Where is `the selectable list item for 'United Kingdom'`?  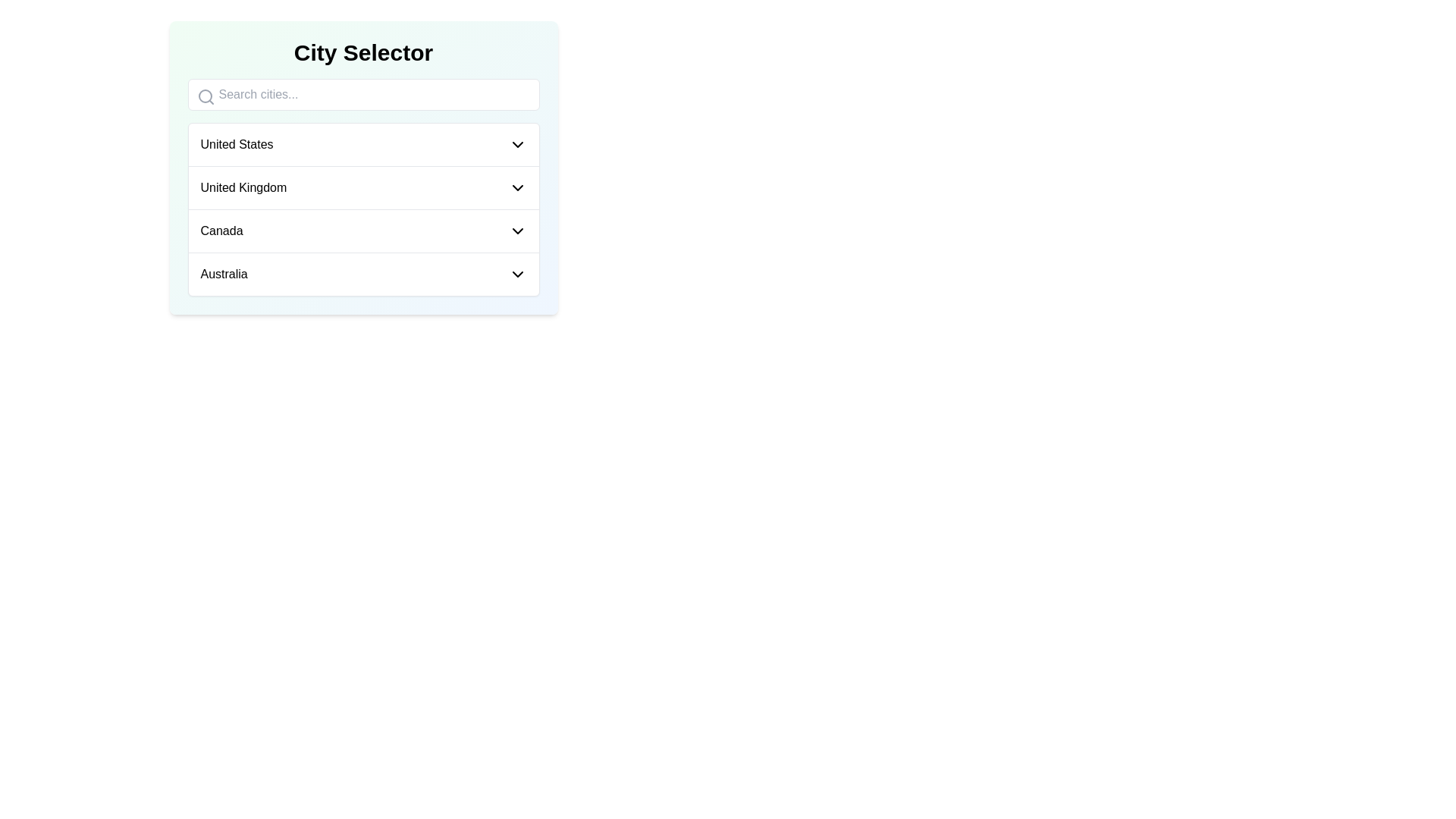
the selectable list item for 'United Kingdom' is located at coordinates (362, 187).